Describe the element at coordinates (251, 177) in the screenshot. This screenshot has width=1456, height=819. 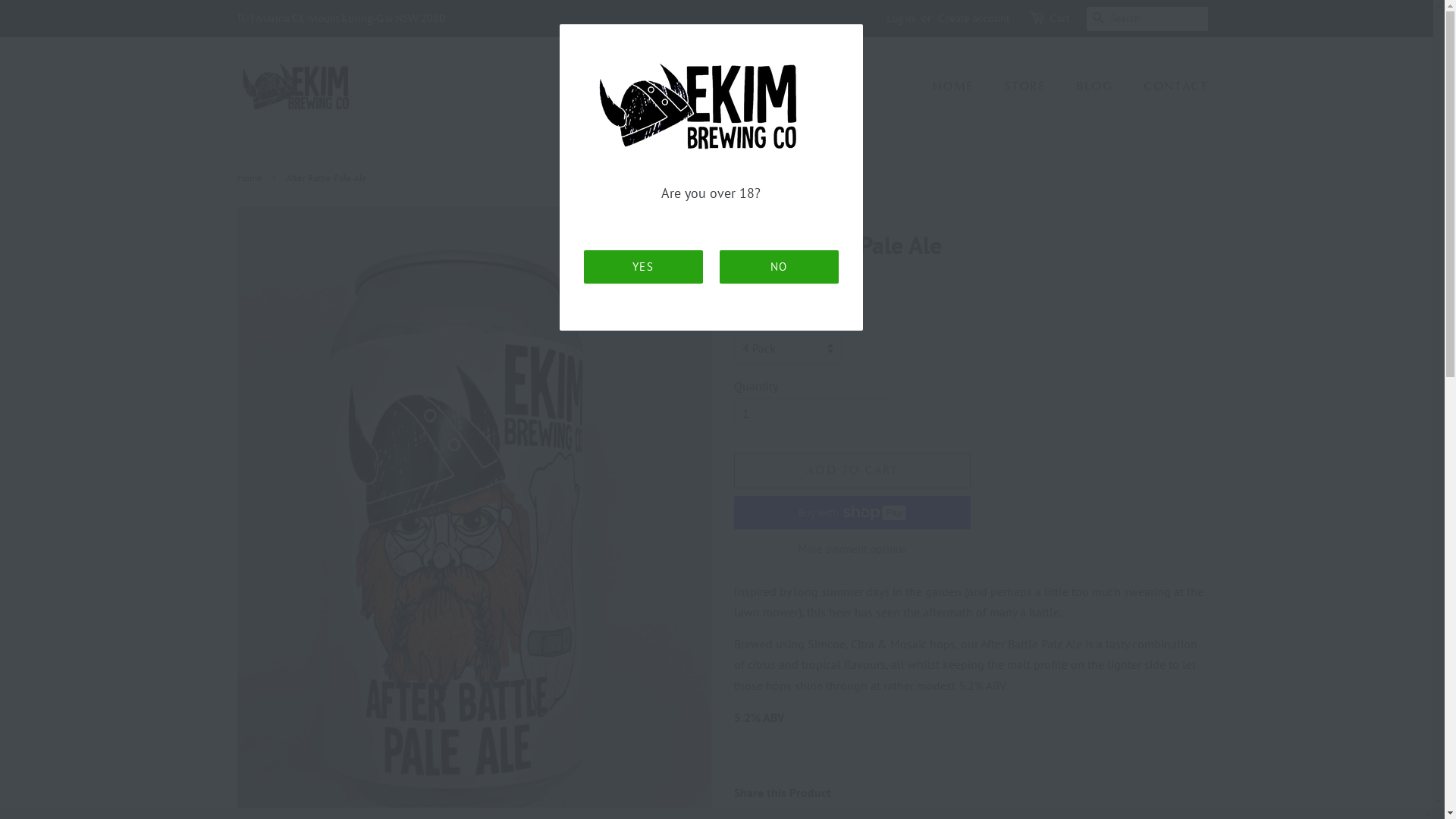
I see `'Home'` at that location.